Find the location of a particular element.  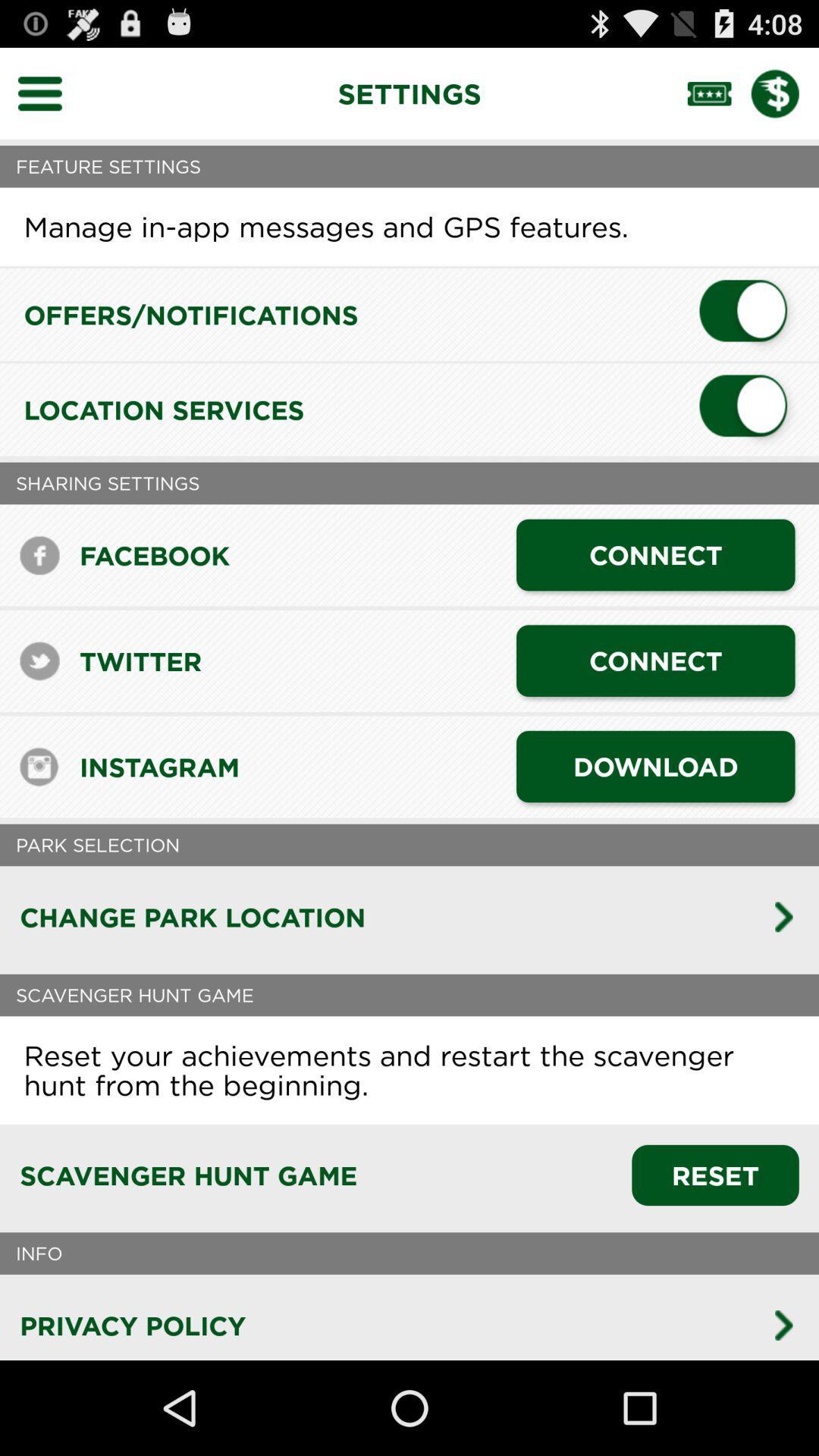

the menu icon is located at coordinates (49, 99).